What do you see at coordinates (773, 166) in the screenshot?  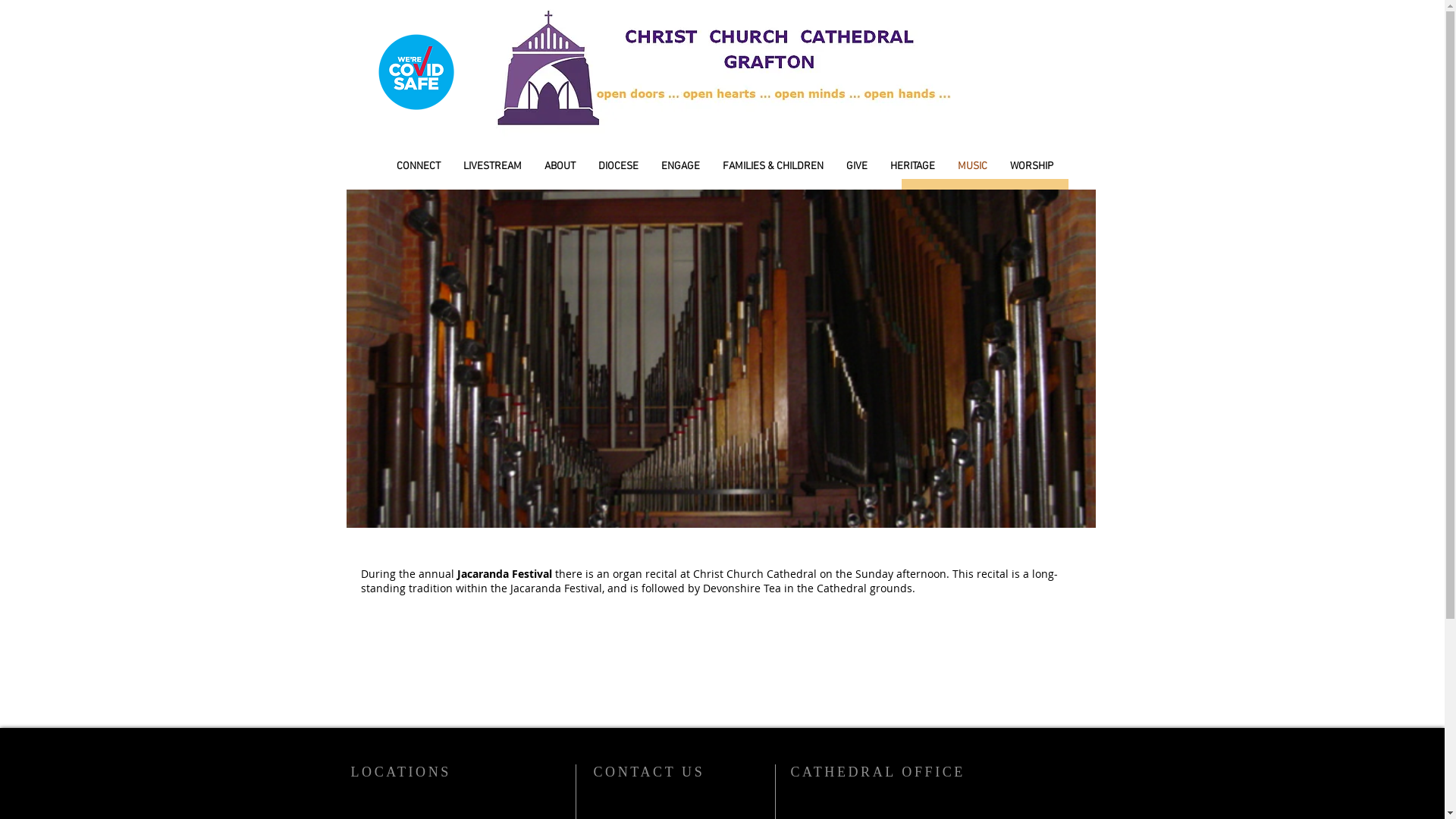 I see `'FAMILIES & CHILDREN'` at bounding box center [773, 166].